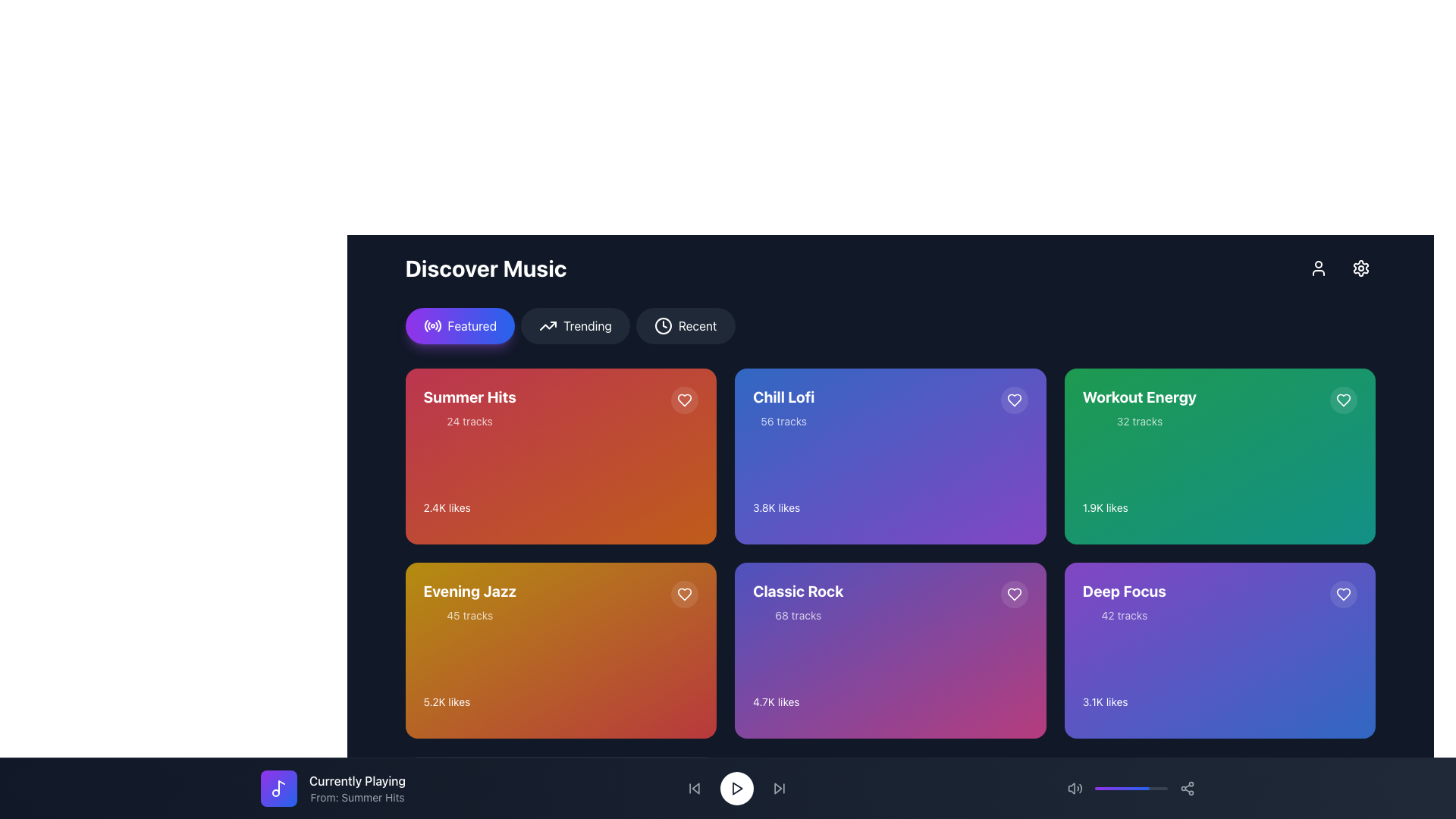  What do you see at coordinates (356, 780) in the screenshot?
I see `the 'Currently Playing' text label, which is displayed in white on a dark background and located above the 'From: Summer Hits' text` at bounding box center [356, 780].